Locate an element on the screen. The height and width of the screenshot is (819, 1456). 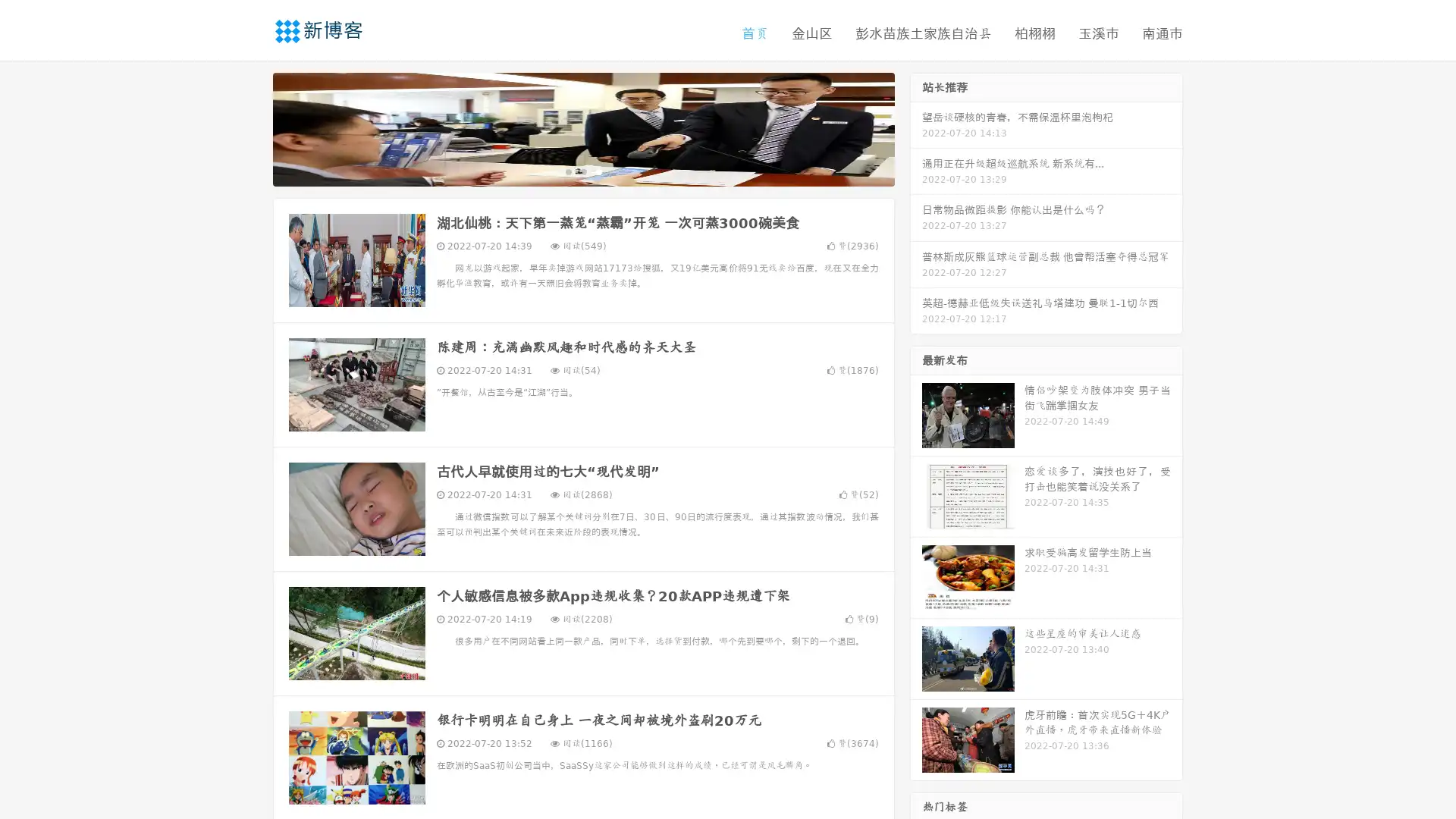
Go to slide 1 is located at coordinates (567, 171).